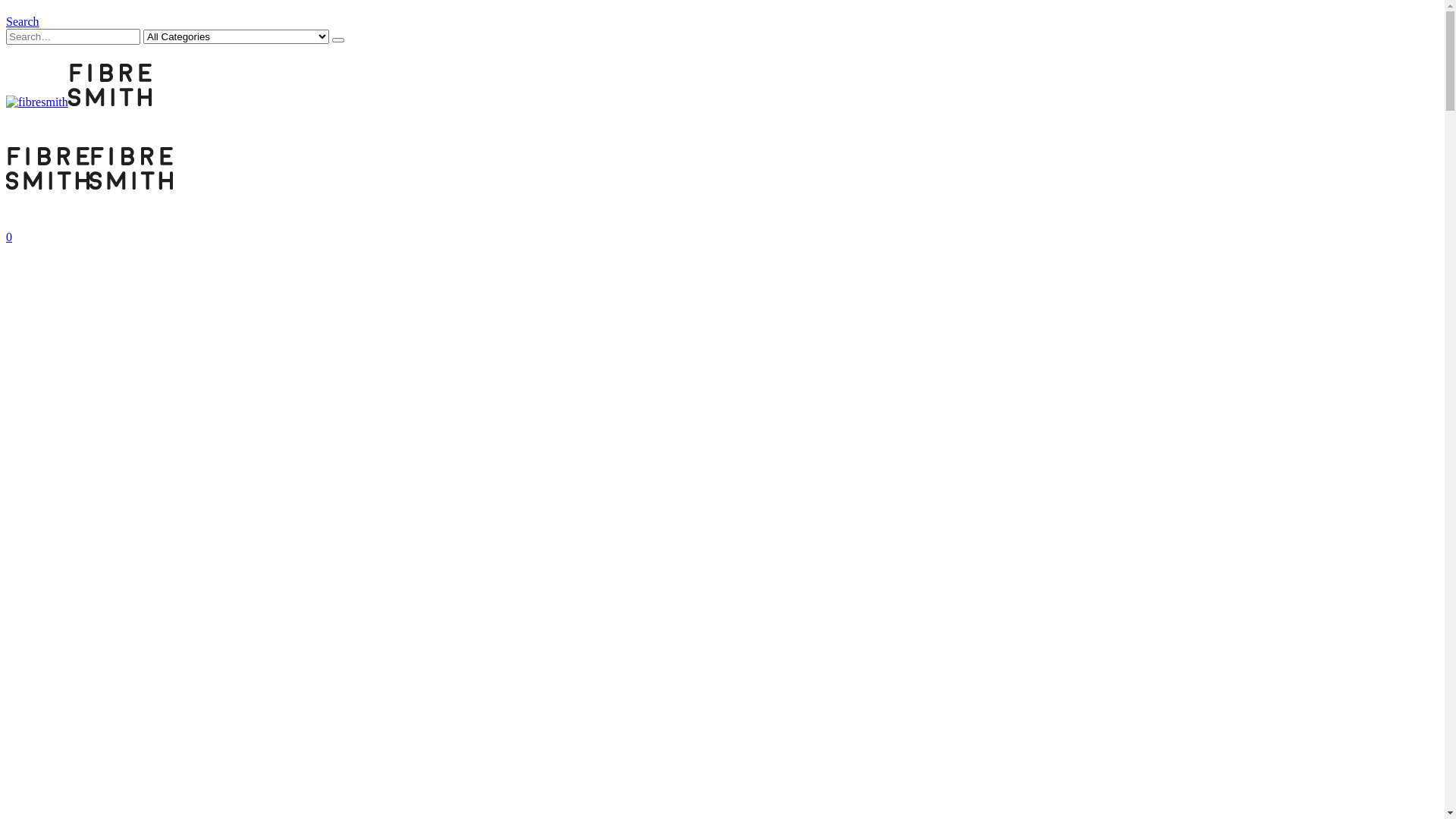 This screenshot has width=1456, height=819. What do you see at coordinates (78, 102) in the screenshot?
I see `'fibresmith - cloth & yarn'` at bounding box center [78, 102].